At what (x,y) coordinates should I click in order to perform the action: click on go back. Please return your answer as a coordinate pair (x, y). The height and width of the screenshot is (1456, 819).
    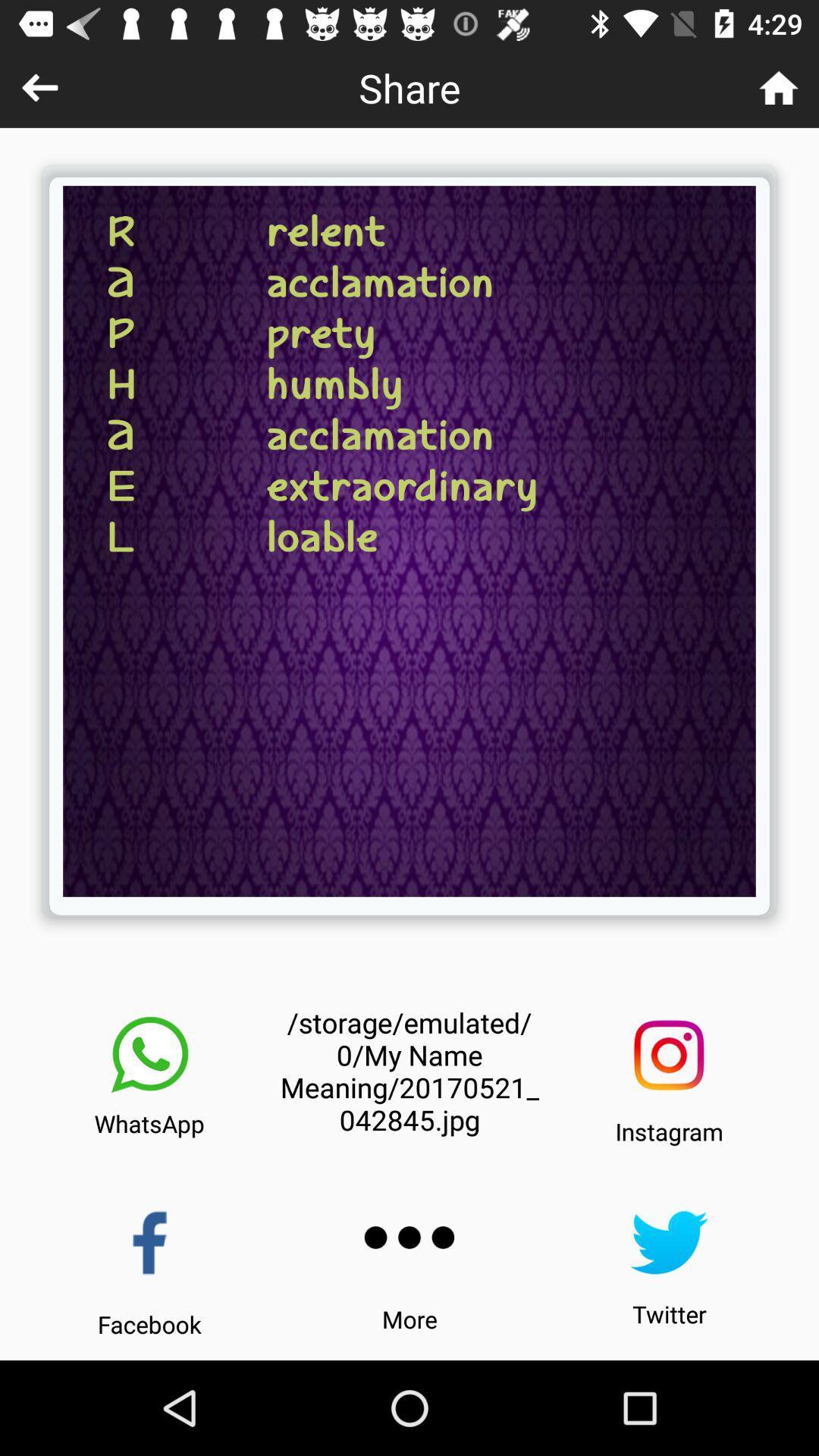
    Looking at the image, I should click on (39, 86).